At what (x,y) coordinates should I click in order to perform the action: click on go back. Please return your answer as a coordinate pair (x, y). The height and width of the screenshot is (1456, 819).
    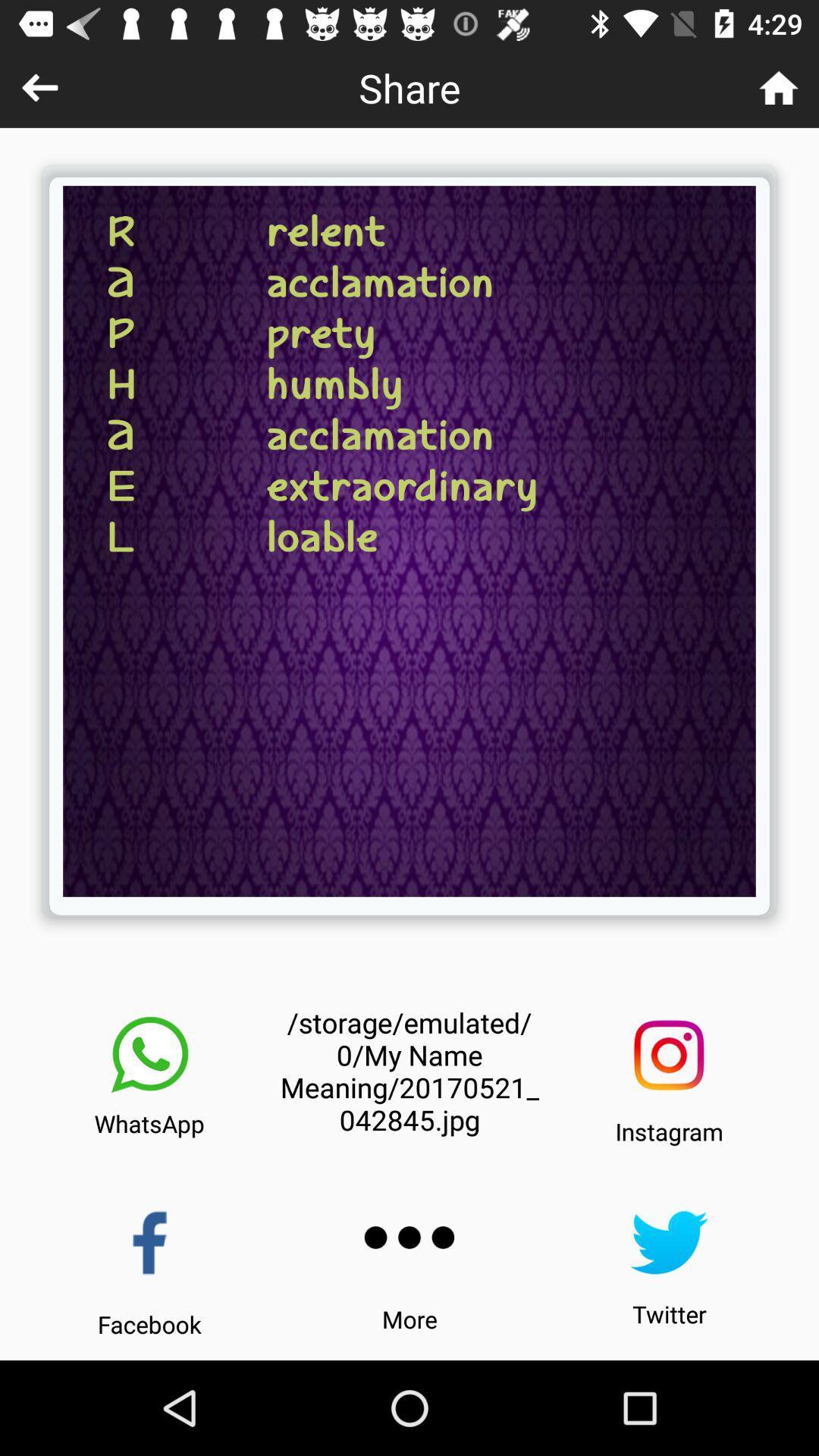
    Looking at the image, I should click on (39, 86).